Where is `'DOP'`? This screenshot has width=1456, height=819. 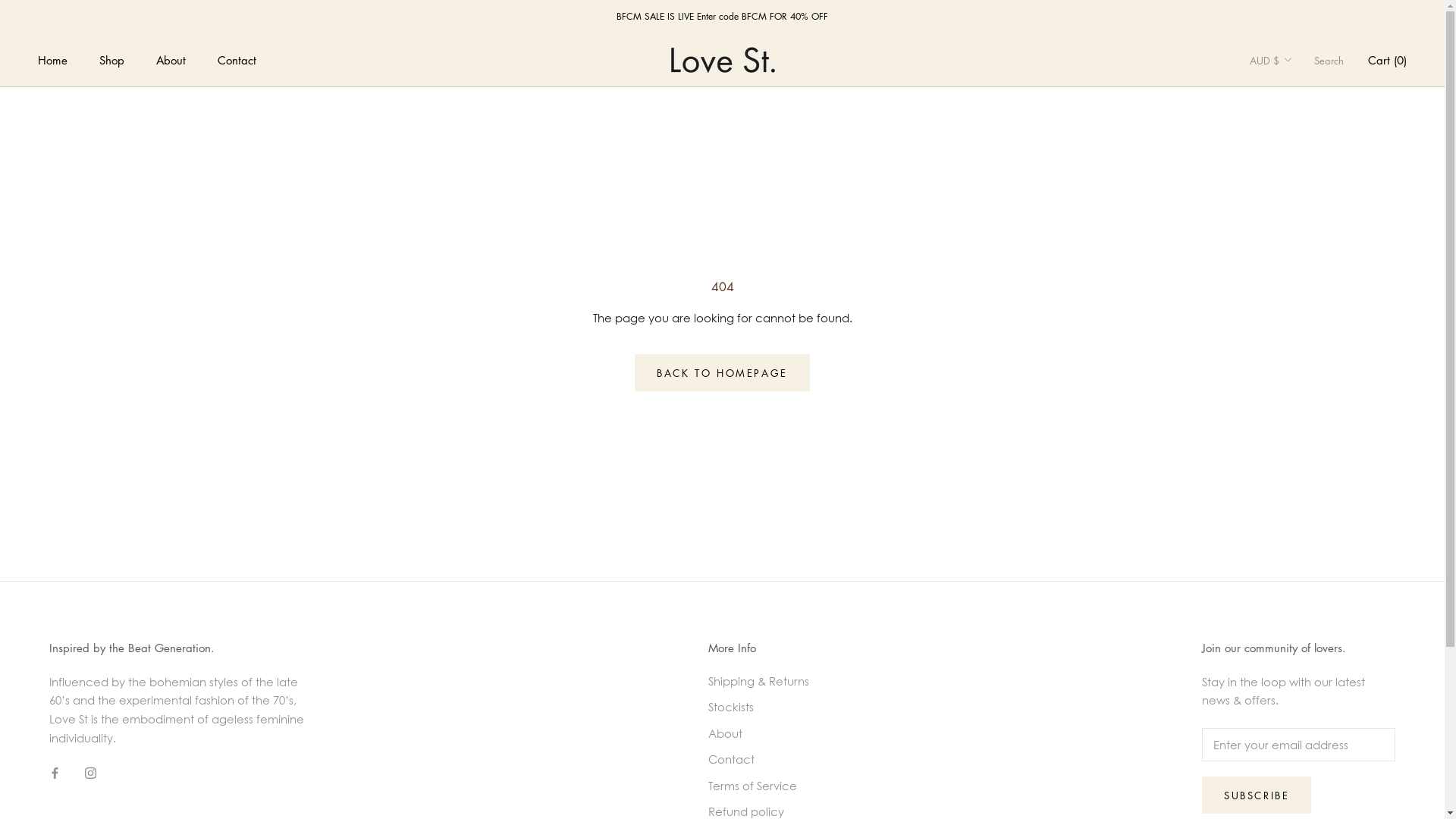
'DOP' is located at coordinates (1294, 738).